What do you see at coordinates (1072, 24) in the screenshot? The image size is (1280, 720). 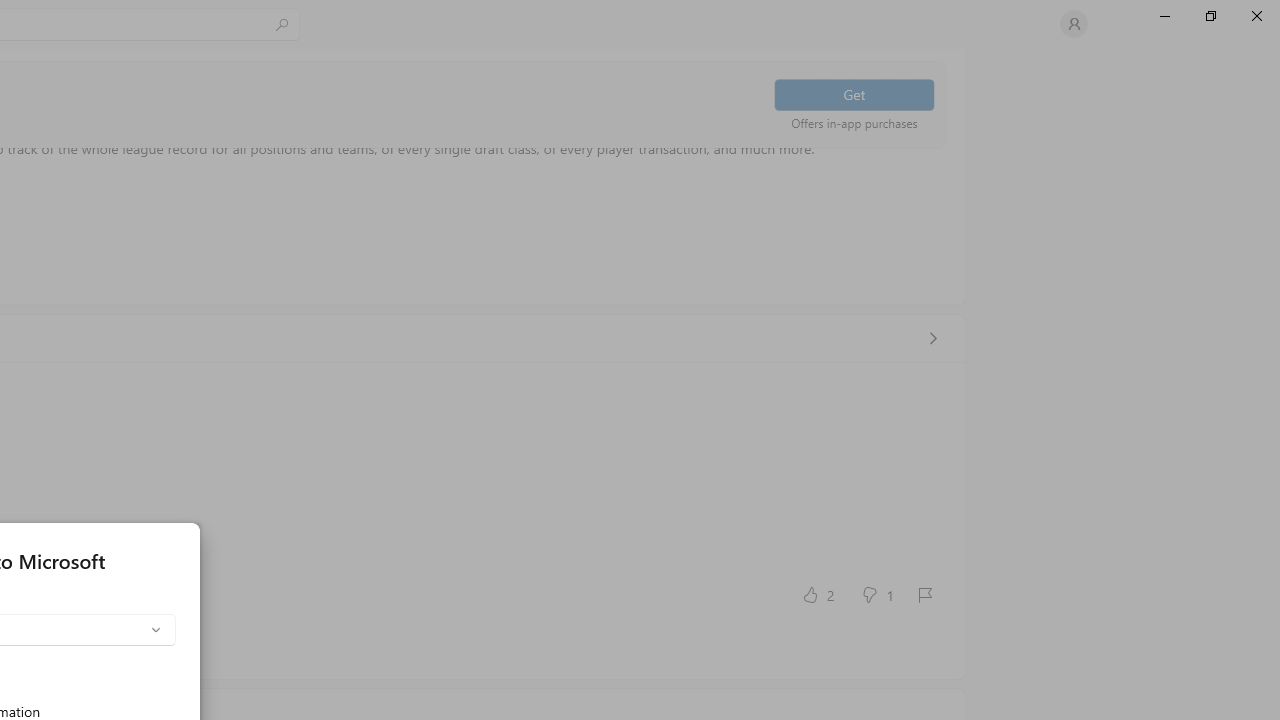 I see `'User profile'` at bounding box center [1072, 24].